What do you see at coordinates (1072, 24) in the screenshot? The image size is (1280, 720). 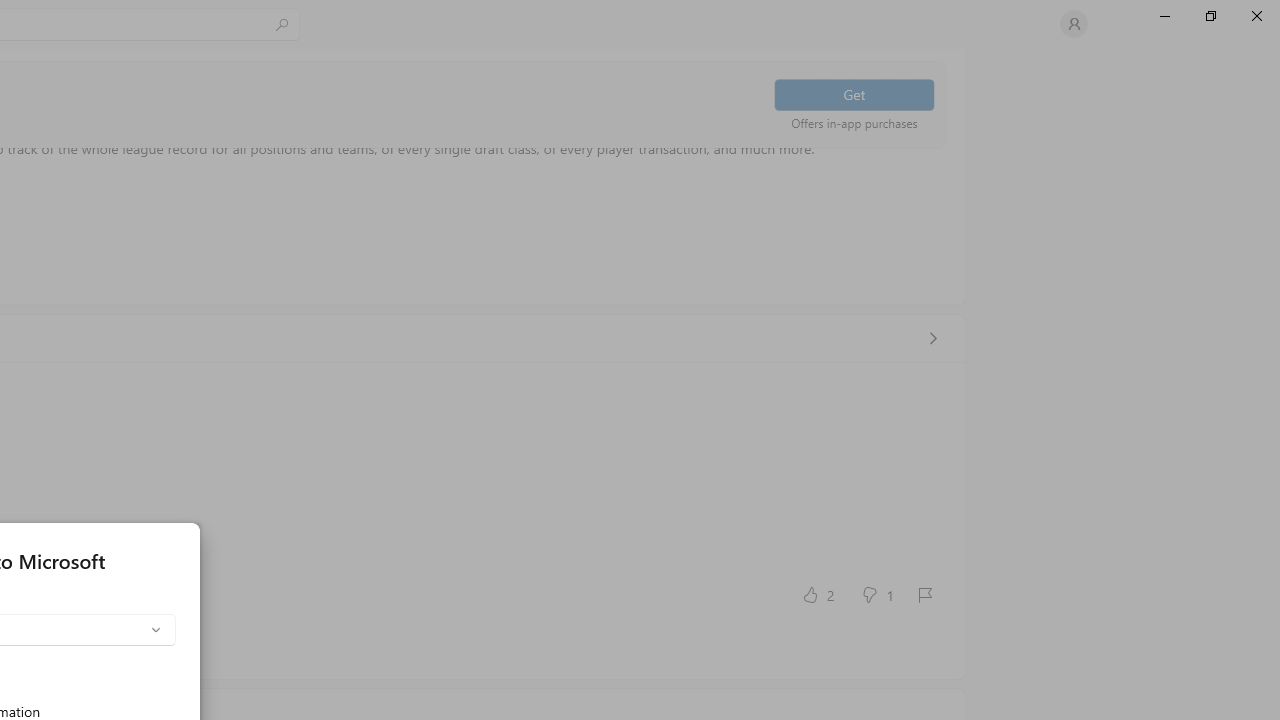 I see `'User profile'` at bounding box center [1072, 24].